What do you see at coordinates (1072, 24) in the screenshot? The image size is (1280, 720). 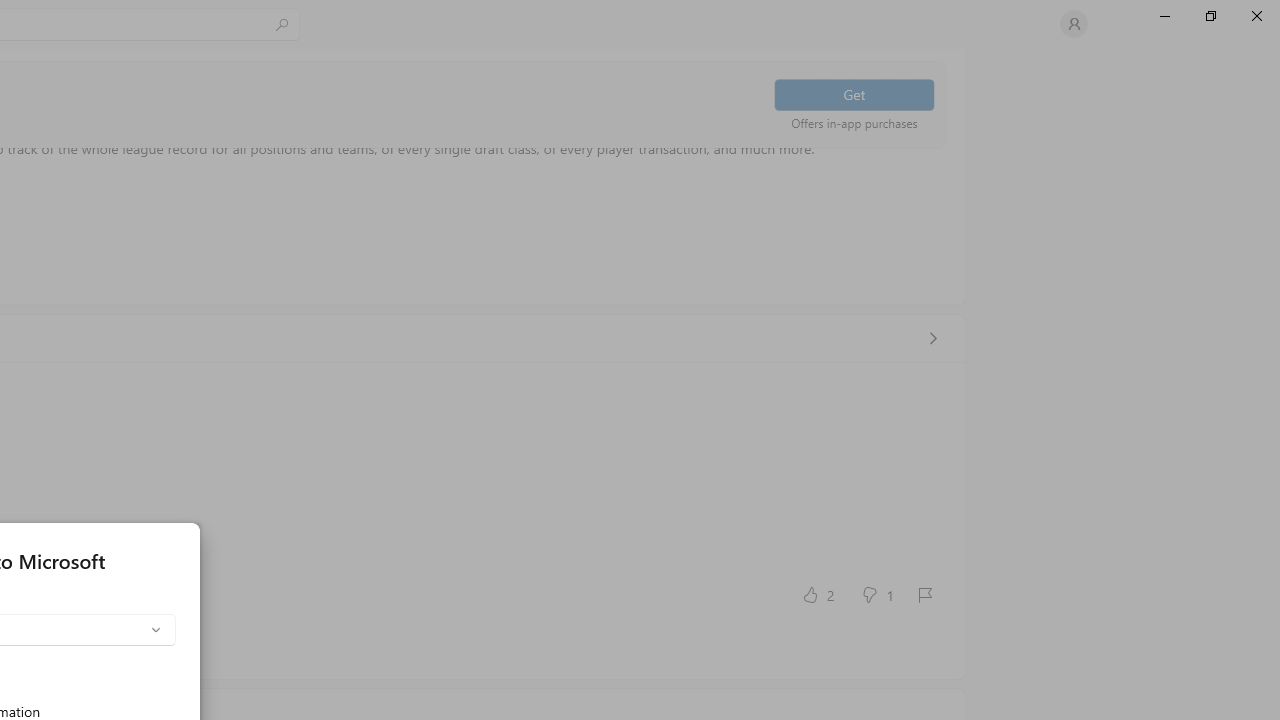 I see `'User profile'` at bounding box center [1072, 24].